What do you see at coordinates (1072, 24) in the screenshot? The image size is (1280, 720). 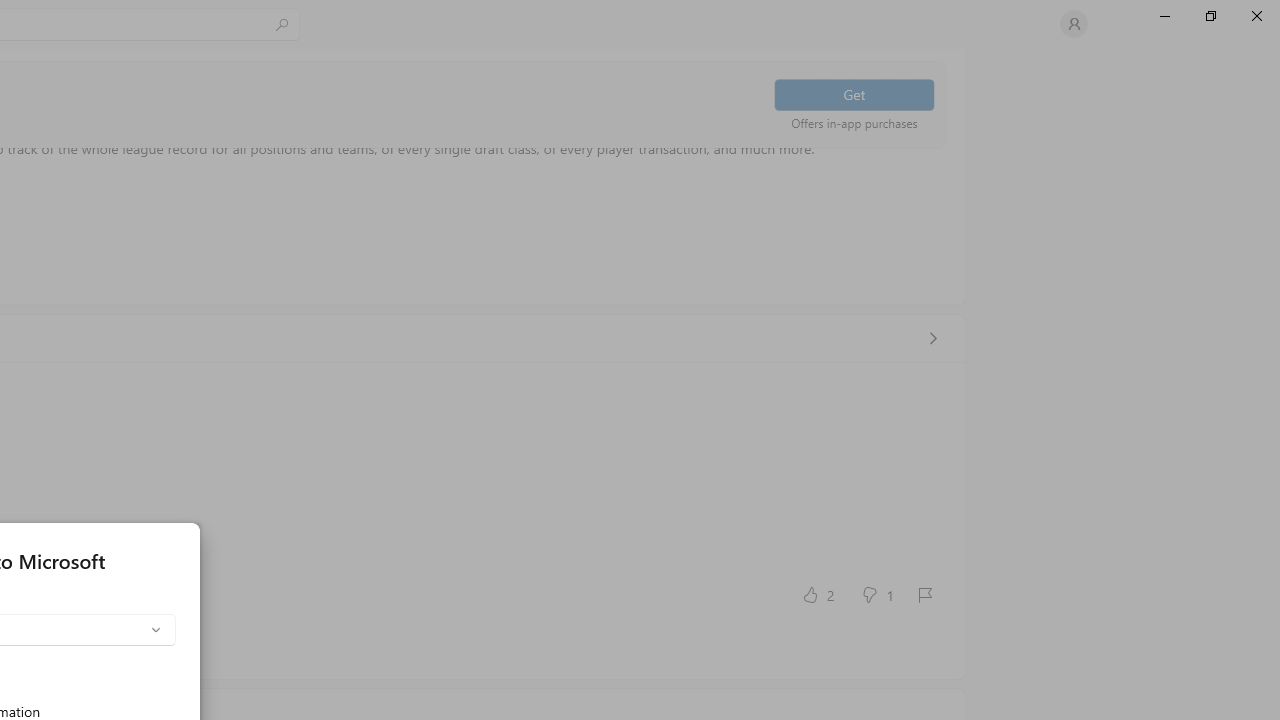 I see `'User profile'` at bounding box center [1072, 24].